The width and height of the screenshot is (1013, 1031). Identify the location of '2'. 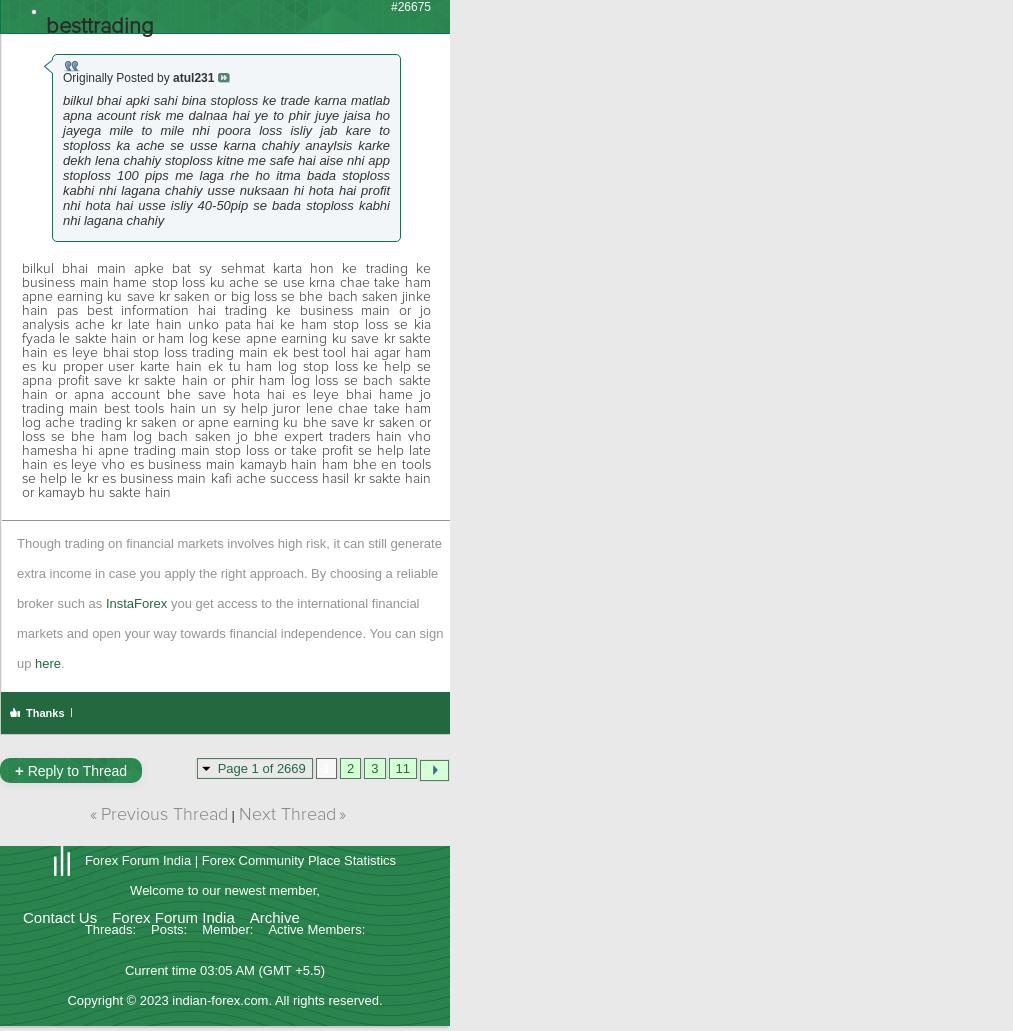
(350, 767).